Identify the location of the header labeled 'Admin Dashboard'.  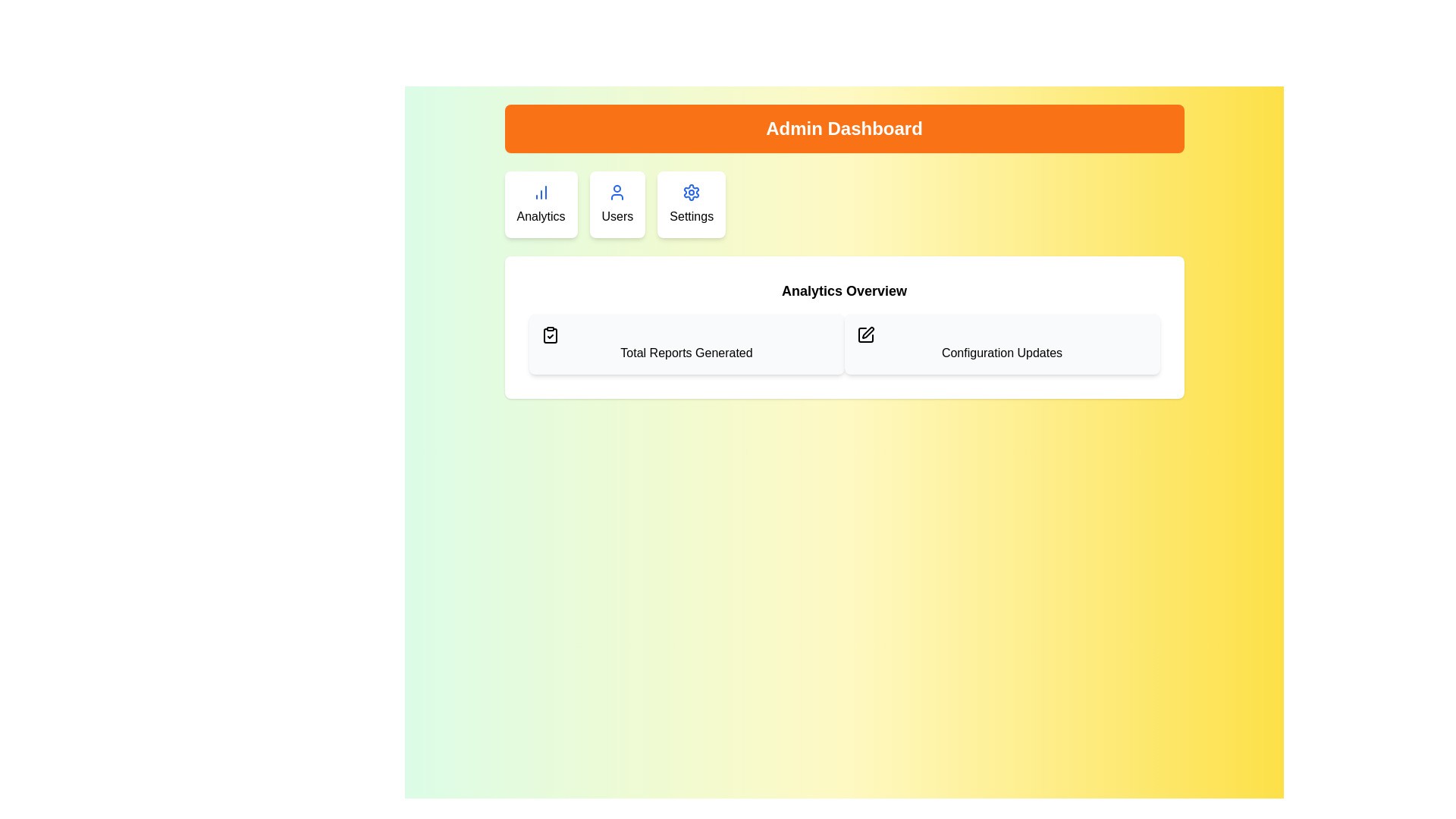
(843, 127).